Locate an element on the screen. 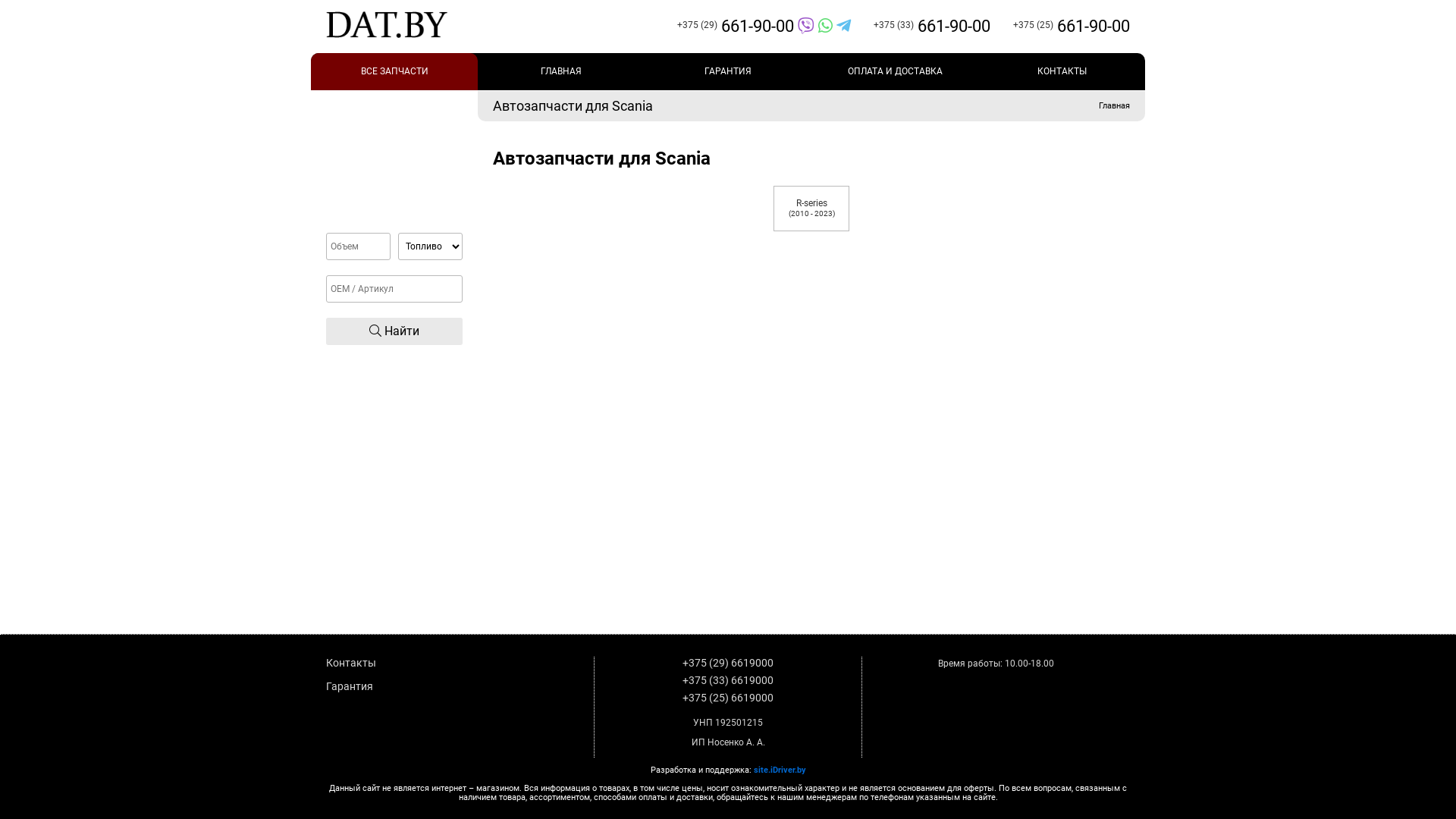 The width and height of the screenshot is (1456, 819). 'R-series is located at coordinates (811, 208).